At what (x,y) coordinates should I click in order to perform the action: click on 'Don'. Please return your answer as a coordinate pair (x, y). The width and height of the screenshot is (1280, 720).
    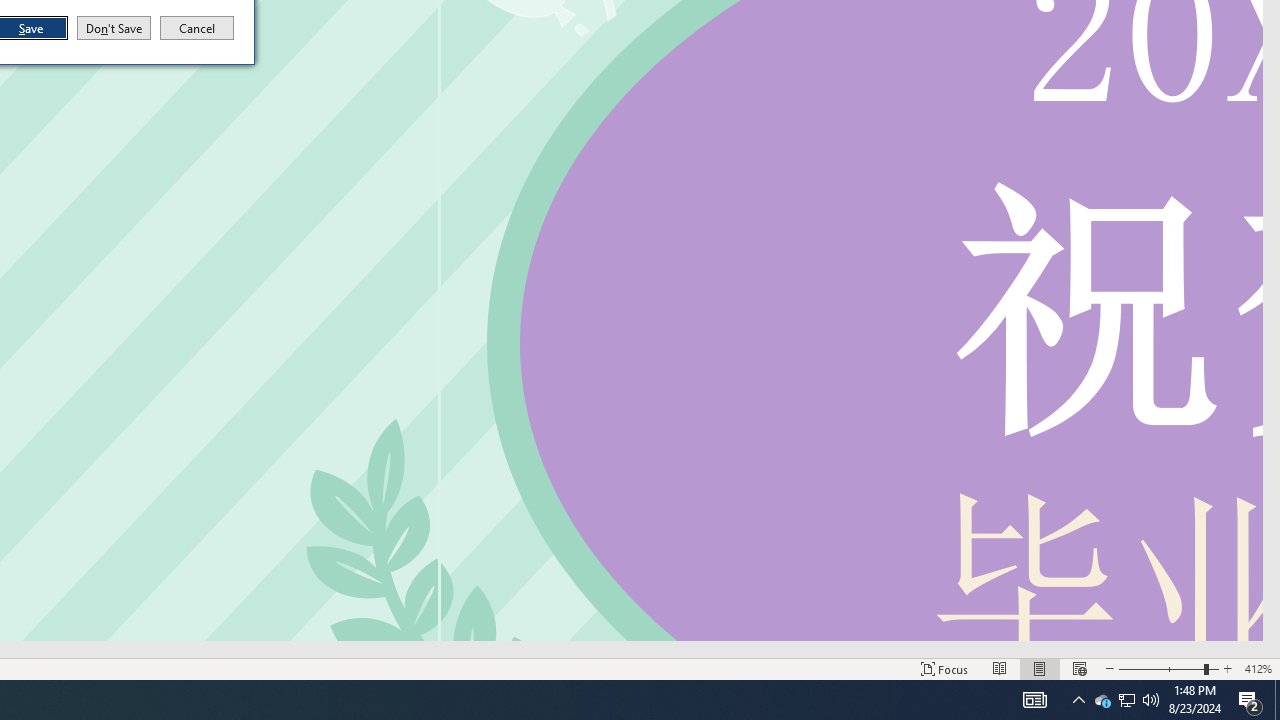
    Looking at the image, I should click on (112, 28).